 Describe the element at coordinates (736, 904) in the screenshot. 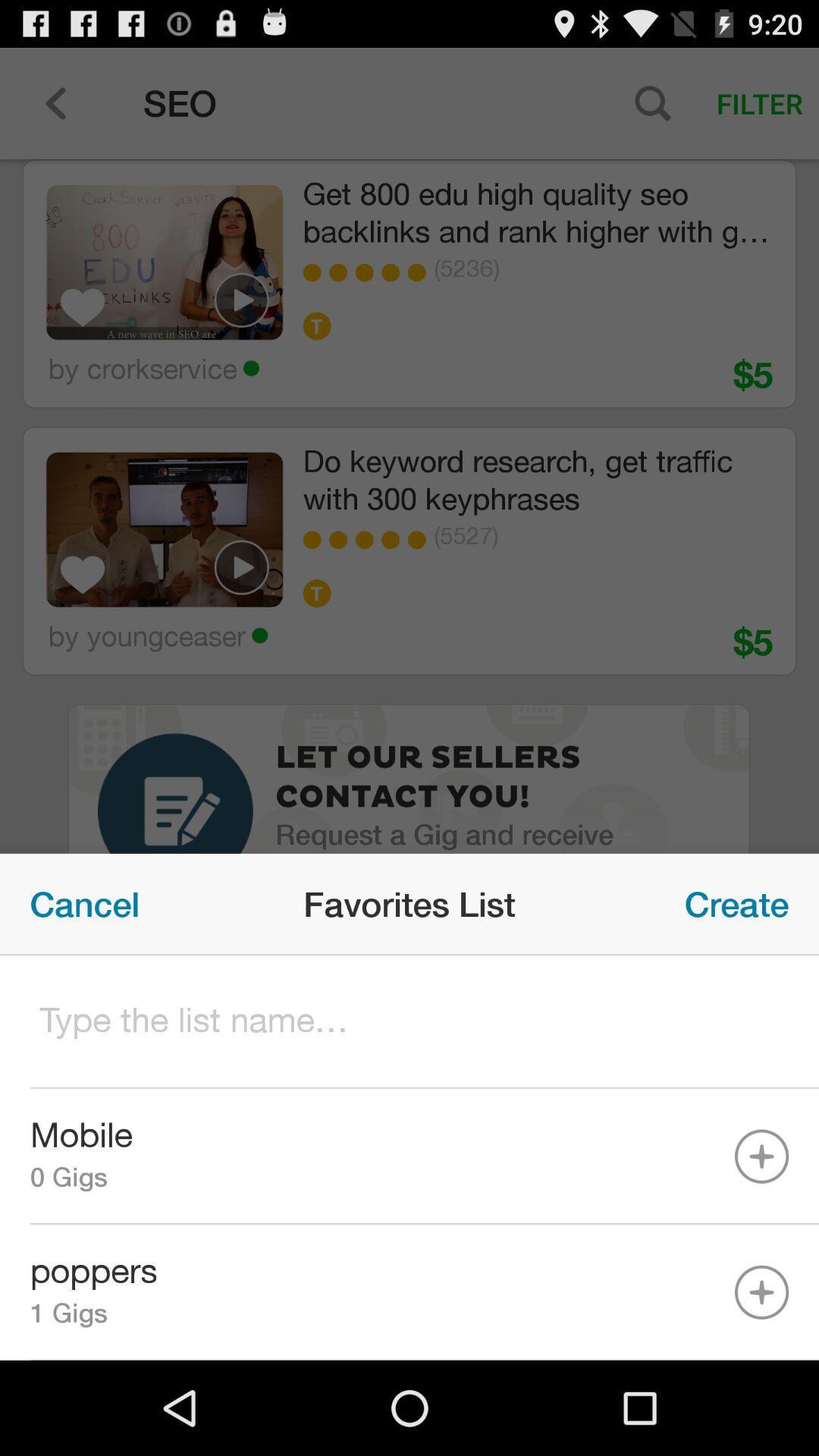

I see `the create on the right` at that location.